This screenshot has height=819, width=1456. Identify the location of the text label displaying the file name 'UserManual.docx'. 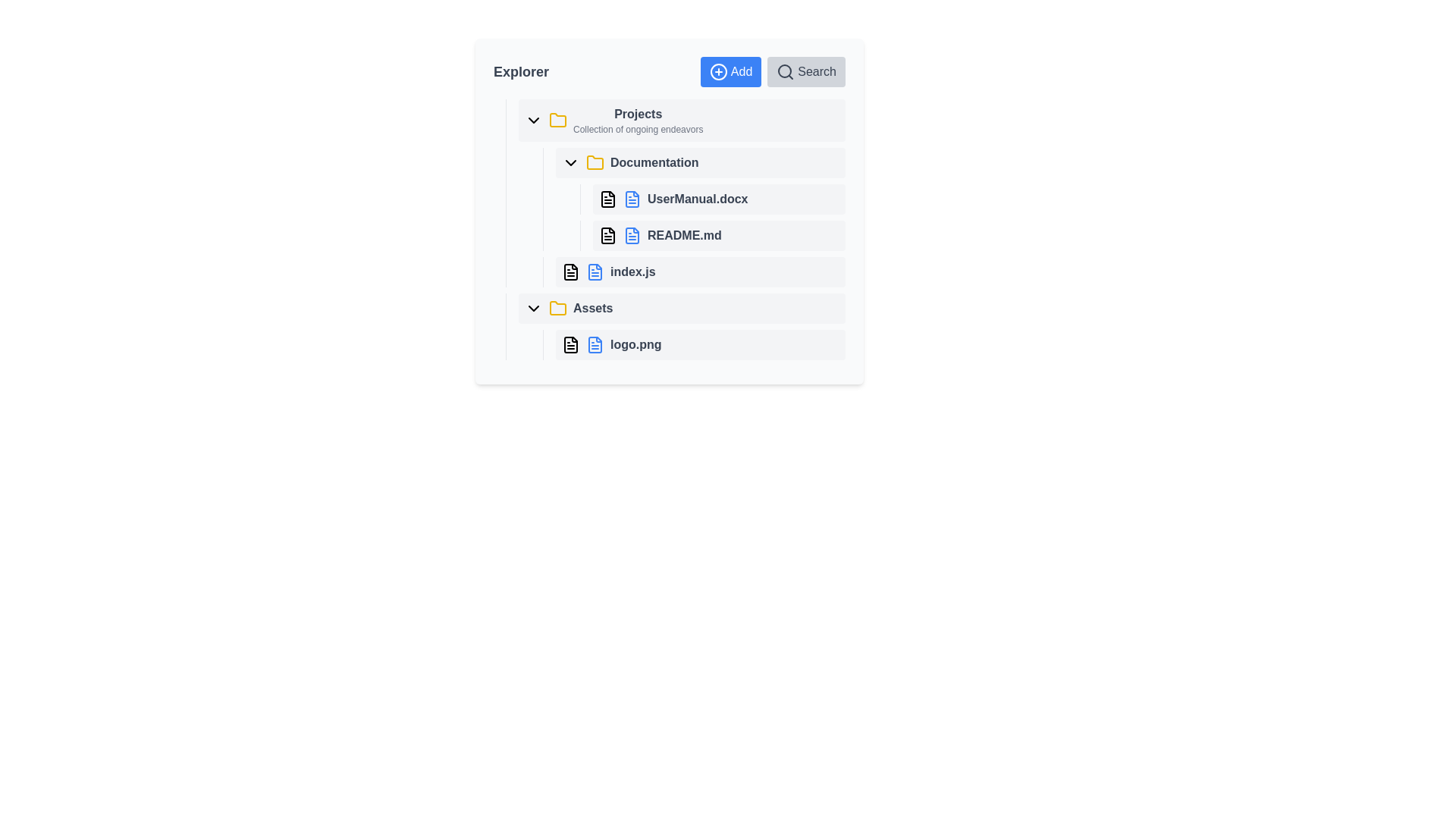
(697, 198).